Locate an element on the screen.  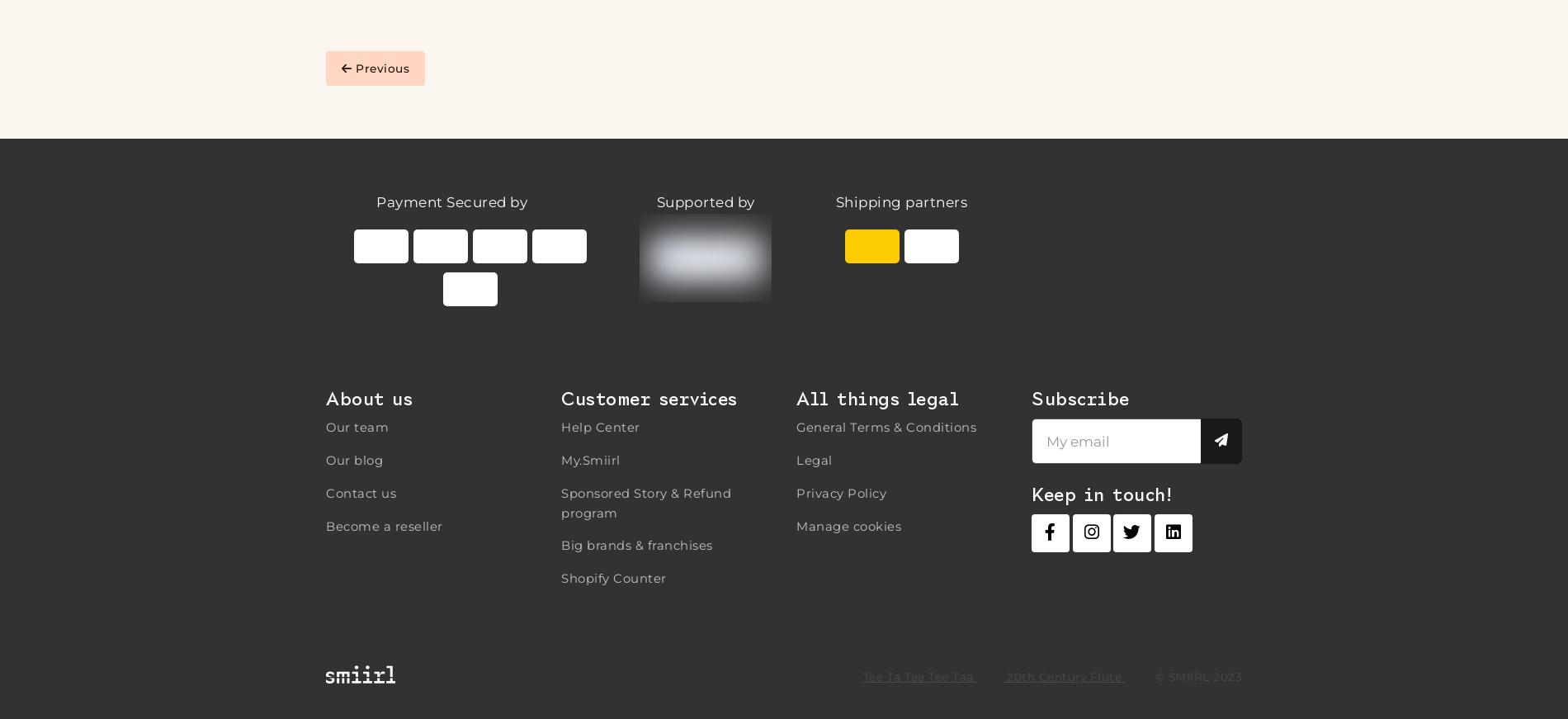
'Subscribe' is located at coordinates (1031, 398).